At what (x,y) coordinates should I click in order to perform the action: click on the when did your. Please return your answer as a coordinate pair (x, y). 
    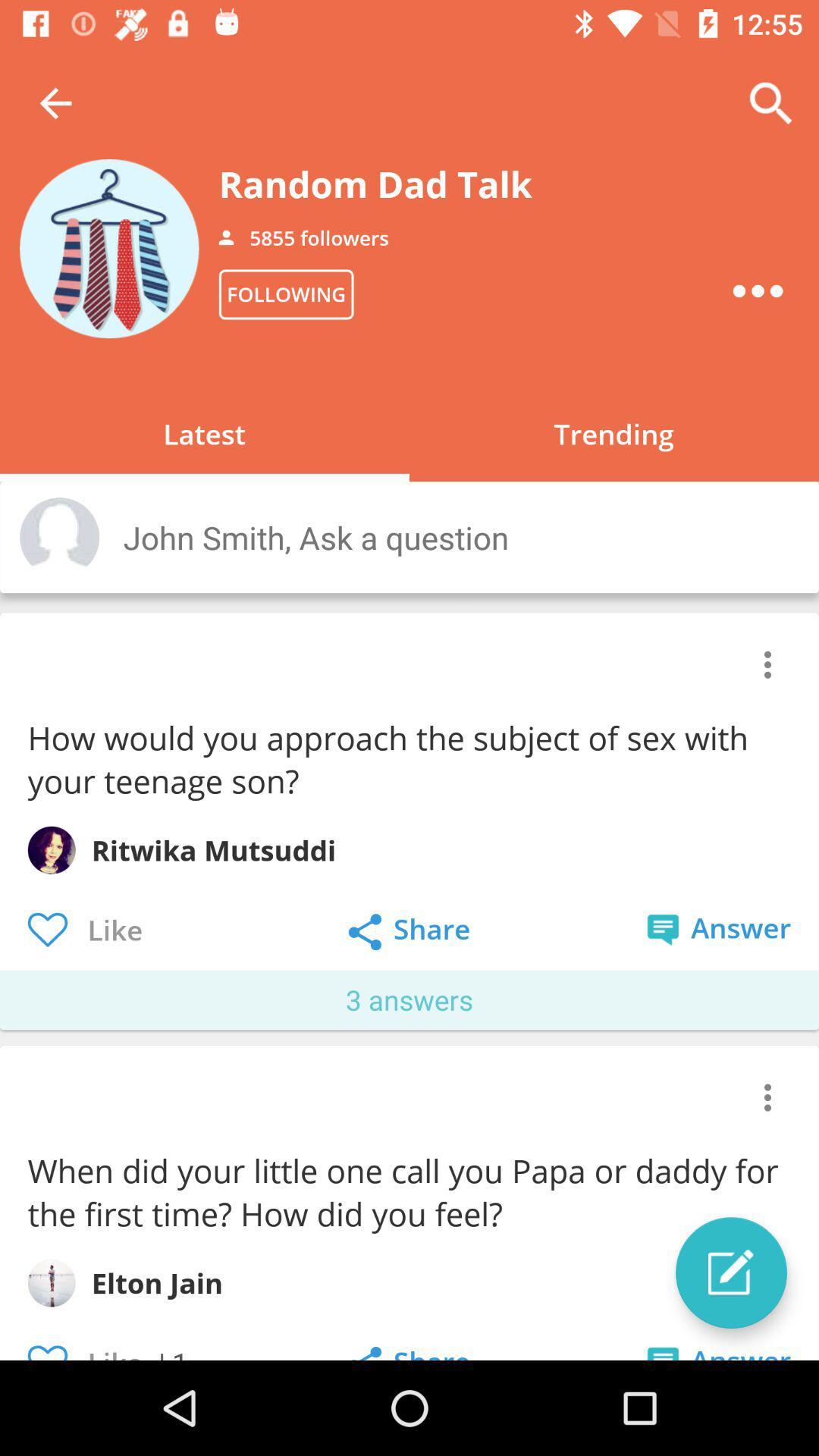
    Looking at the image, I should click on (406, 1191).